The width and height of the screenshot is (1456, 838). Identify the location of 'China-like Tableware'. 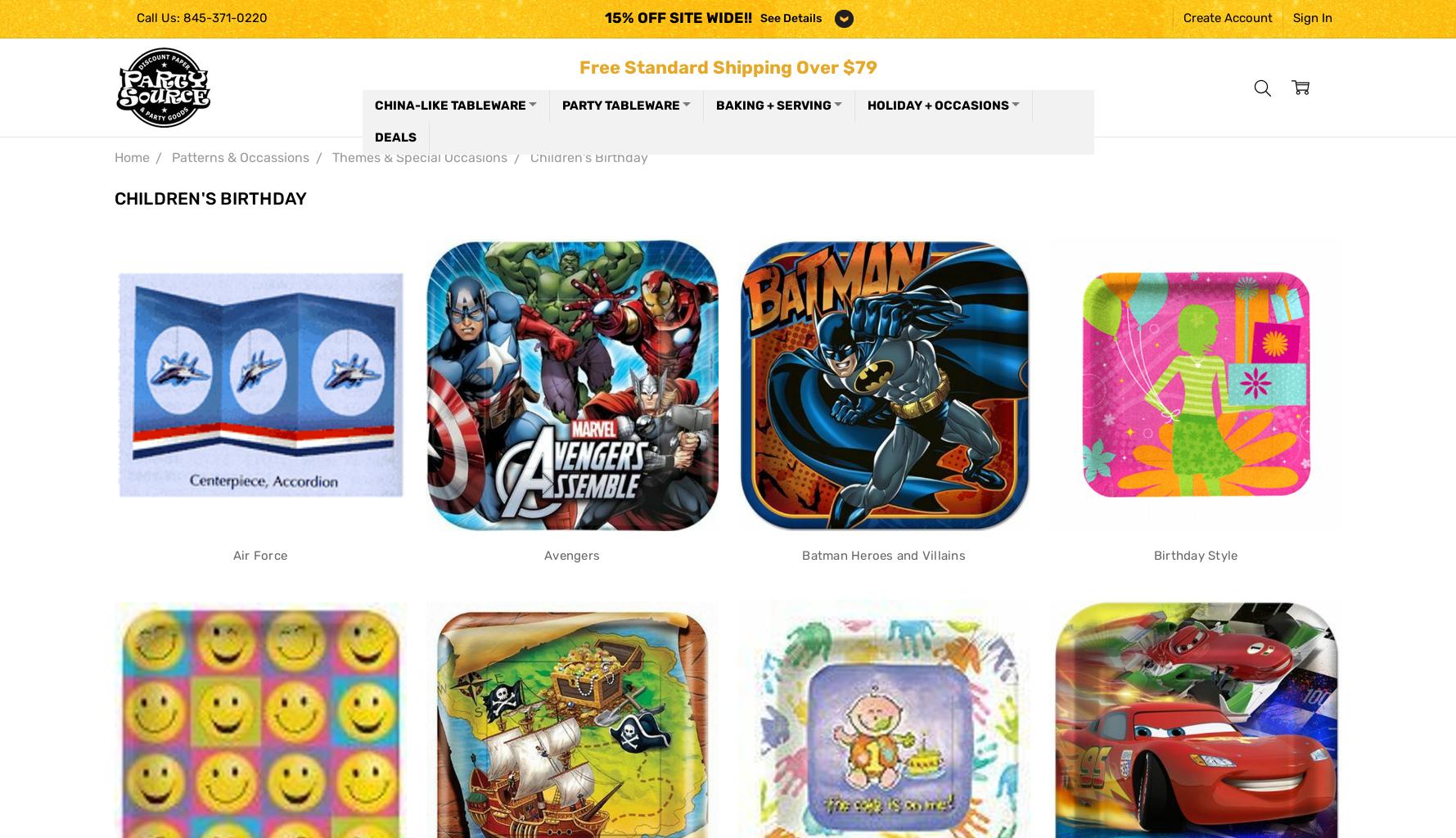
(449, 105).